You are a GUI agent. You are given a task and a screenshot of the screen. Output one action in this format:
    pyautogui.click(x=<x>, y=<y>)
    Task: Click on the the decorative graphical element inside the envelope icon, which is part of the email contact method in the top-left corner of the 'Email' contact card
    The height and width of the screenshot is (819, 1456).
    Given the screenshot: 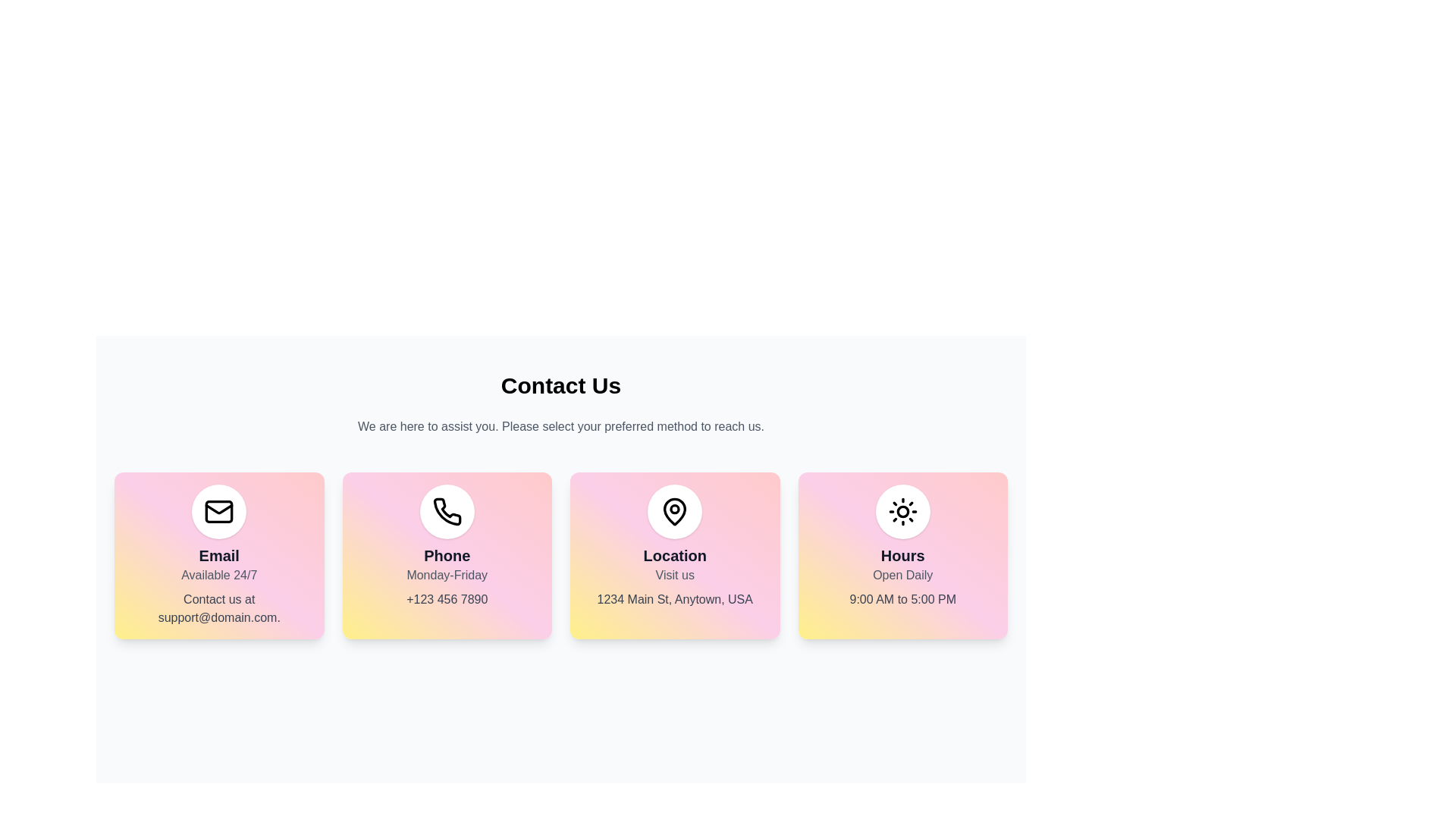 What is the action you would take?
    pyautogui.click(x=218, y=512)
    